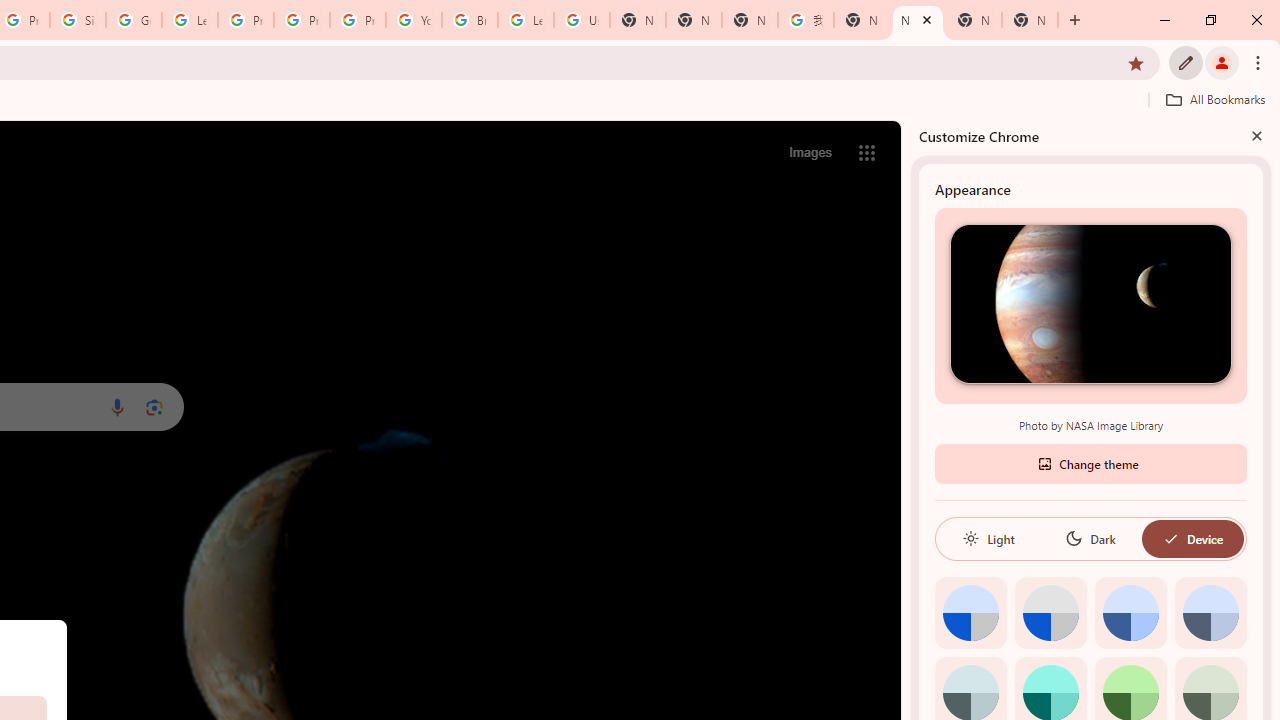 This screenshot has width=1280, height=720. What do you see at coordinates (1130, 611) in the screenshot?
I see `'Blue'` at bounding box center [1130, 611].